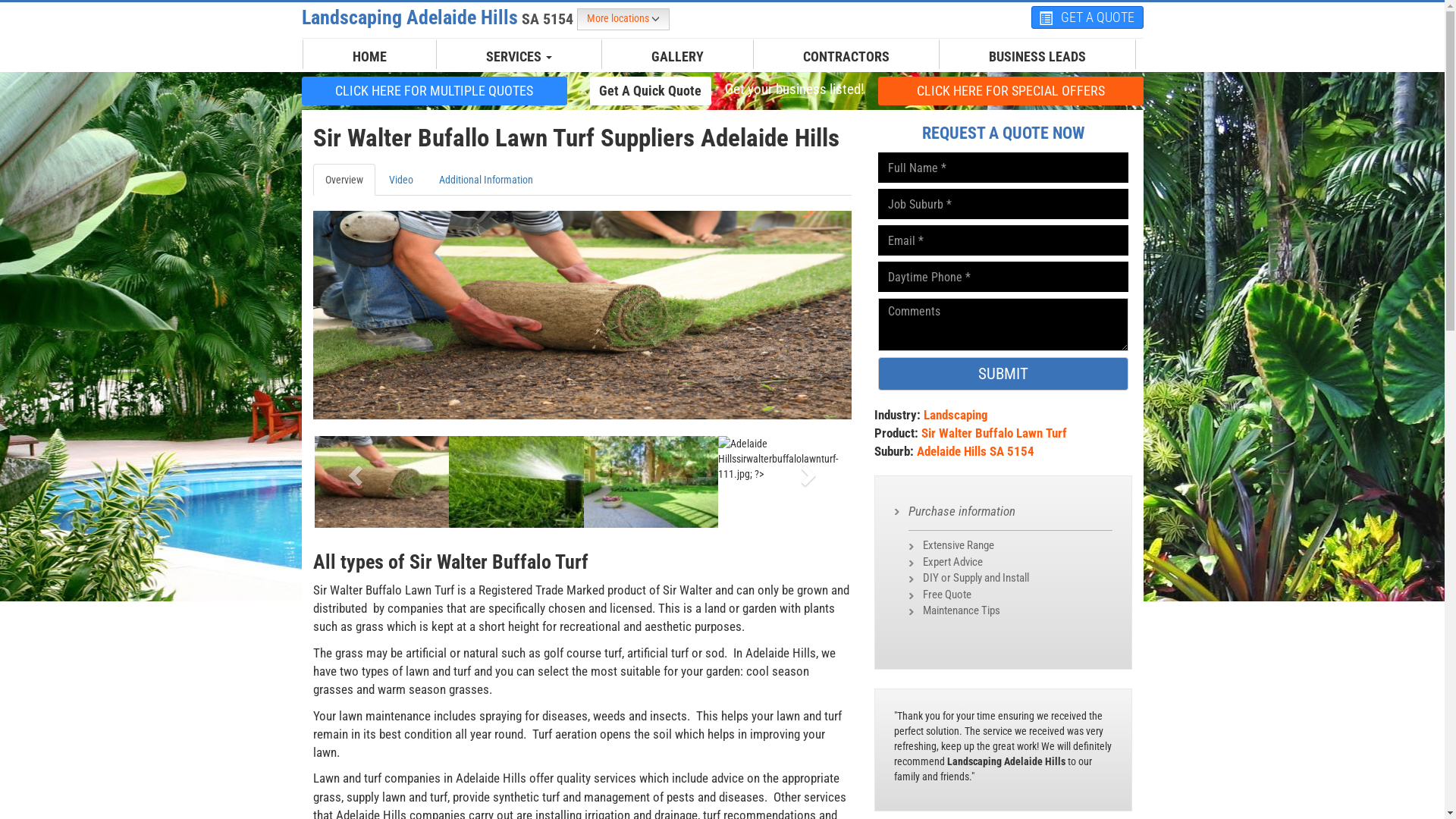 This screenshot has width=1456, height=819. I want to click on 'CONTRACTORS', so click(846, 55).